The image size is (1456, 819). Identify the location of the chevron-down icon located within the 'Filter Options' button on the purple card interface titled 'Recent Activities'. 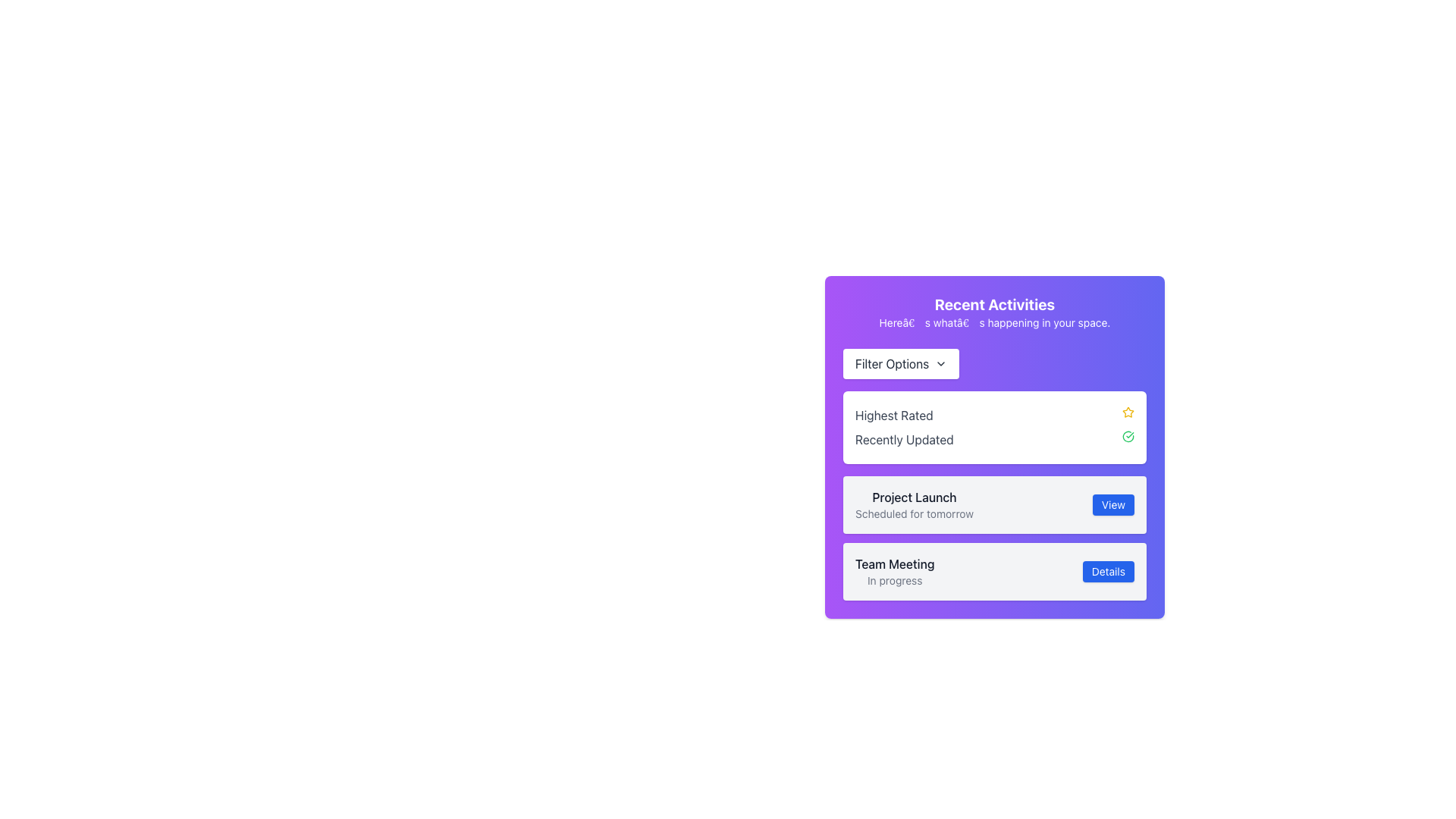
(940, 363).